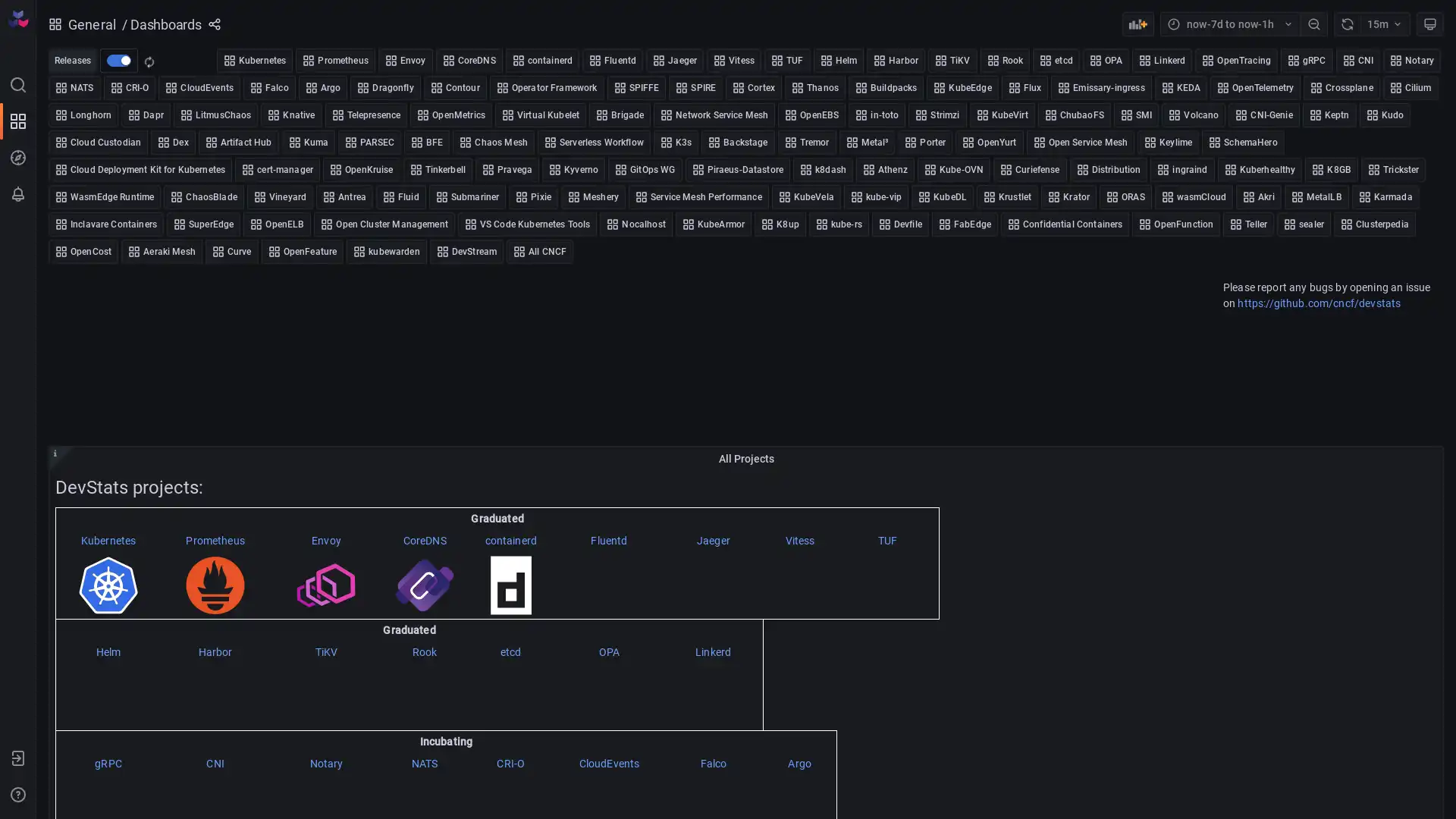 The height and width of the screenshot is (819, 1456). Describe the element at coordinates (213, 24) in the screenshot. I see `Share dashboard or panel` at that location.